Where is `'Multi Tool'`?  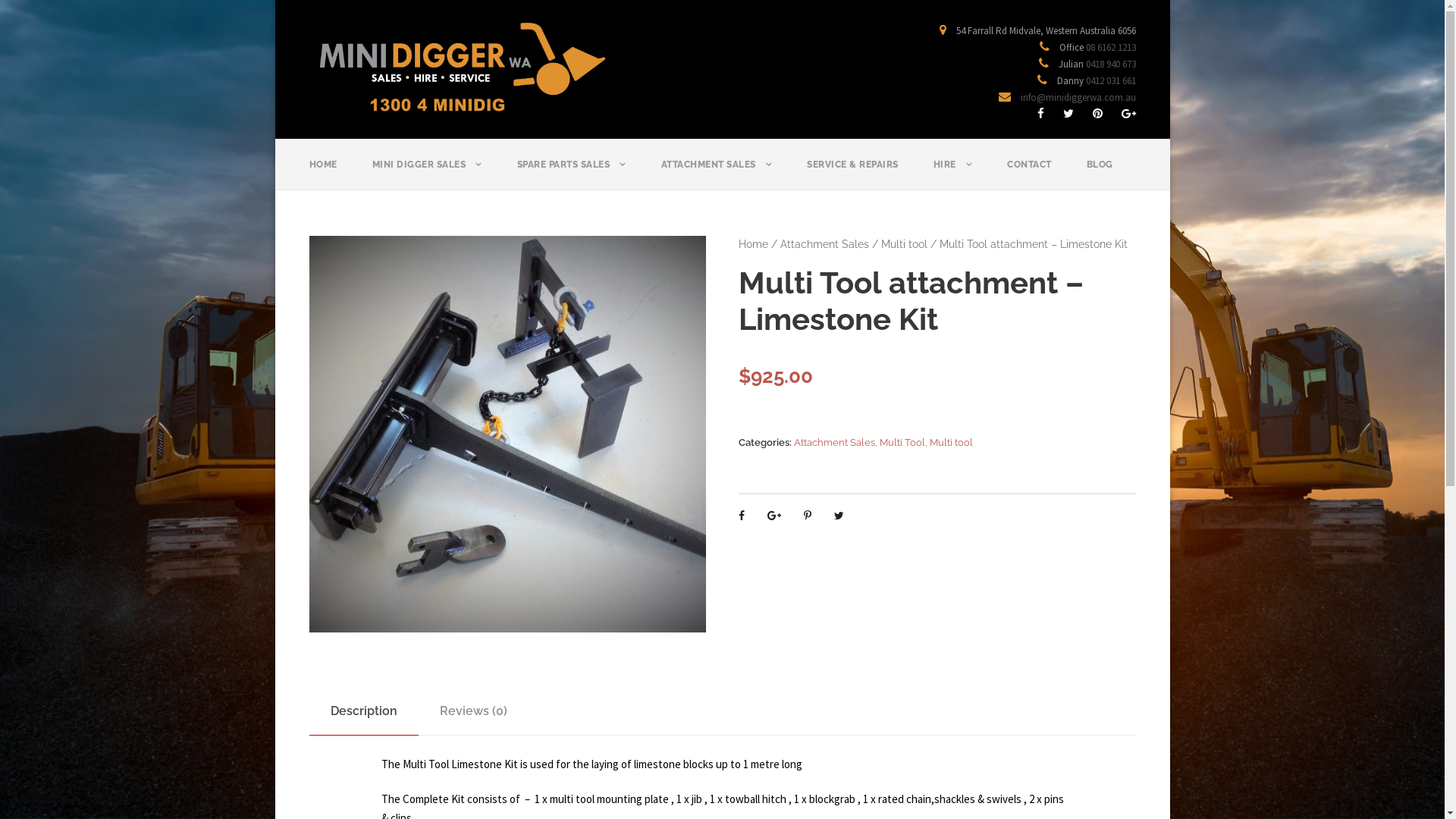 'Multi Tool' is located at coordinates (902, 442).